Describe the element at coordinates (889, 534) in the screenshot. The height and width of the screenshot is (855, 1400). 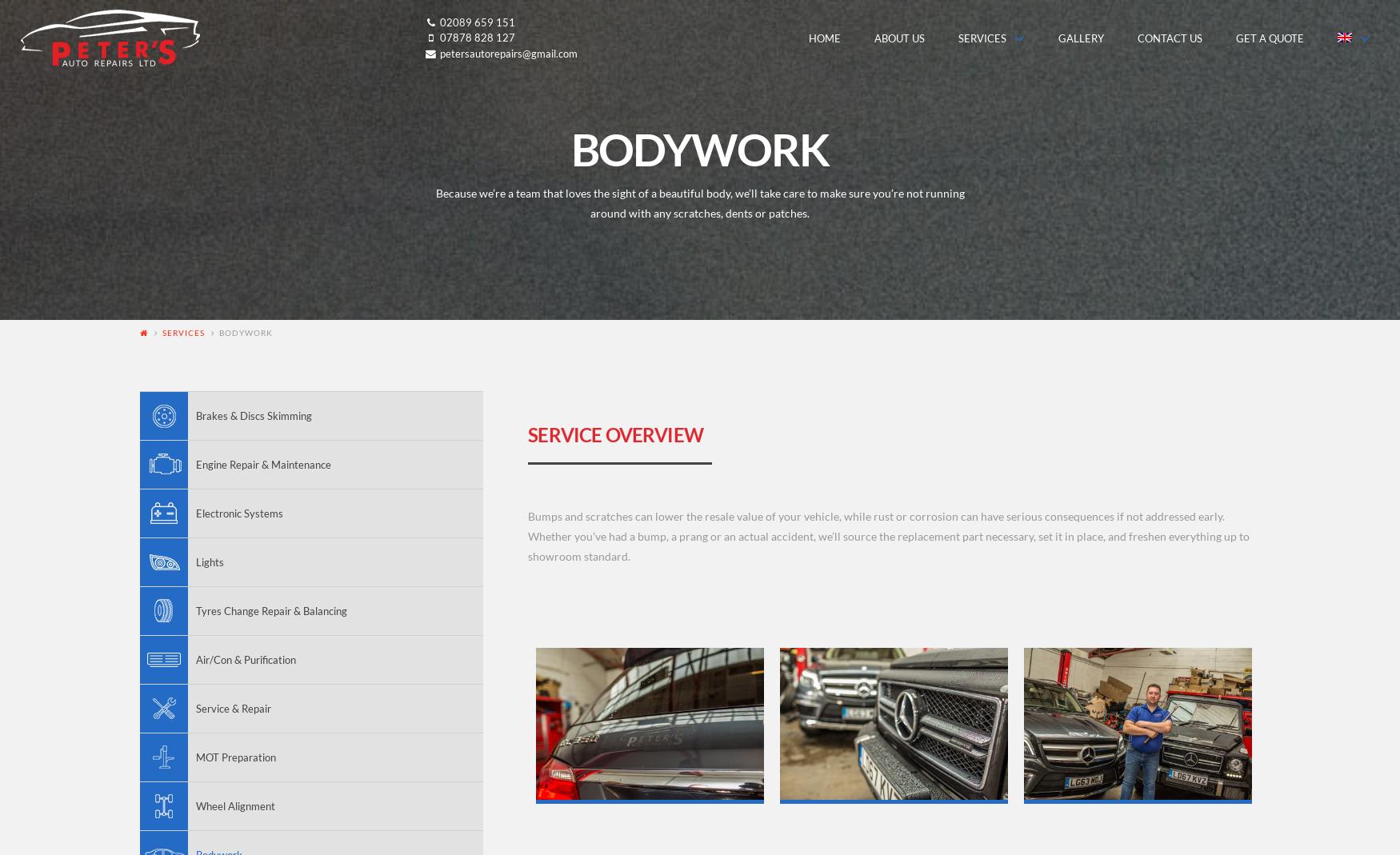
I see `'Bumps and scratches can lower the resale value of your vehicle, while rust or corrosion can have serious consequences if not addressed early. Whether you’ve had a bump, a prang or an actual accident, we’ll source the replacement part necessary, set it in place, and freshen everything up to showroom standard.'` at that location.